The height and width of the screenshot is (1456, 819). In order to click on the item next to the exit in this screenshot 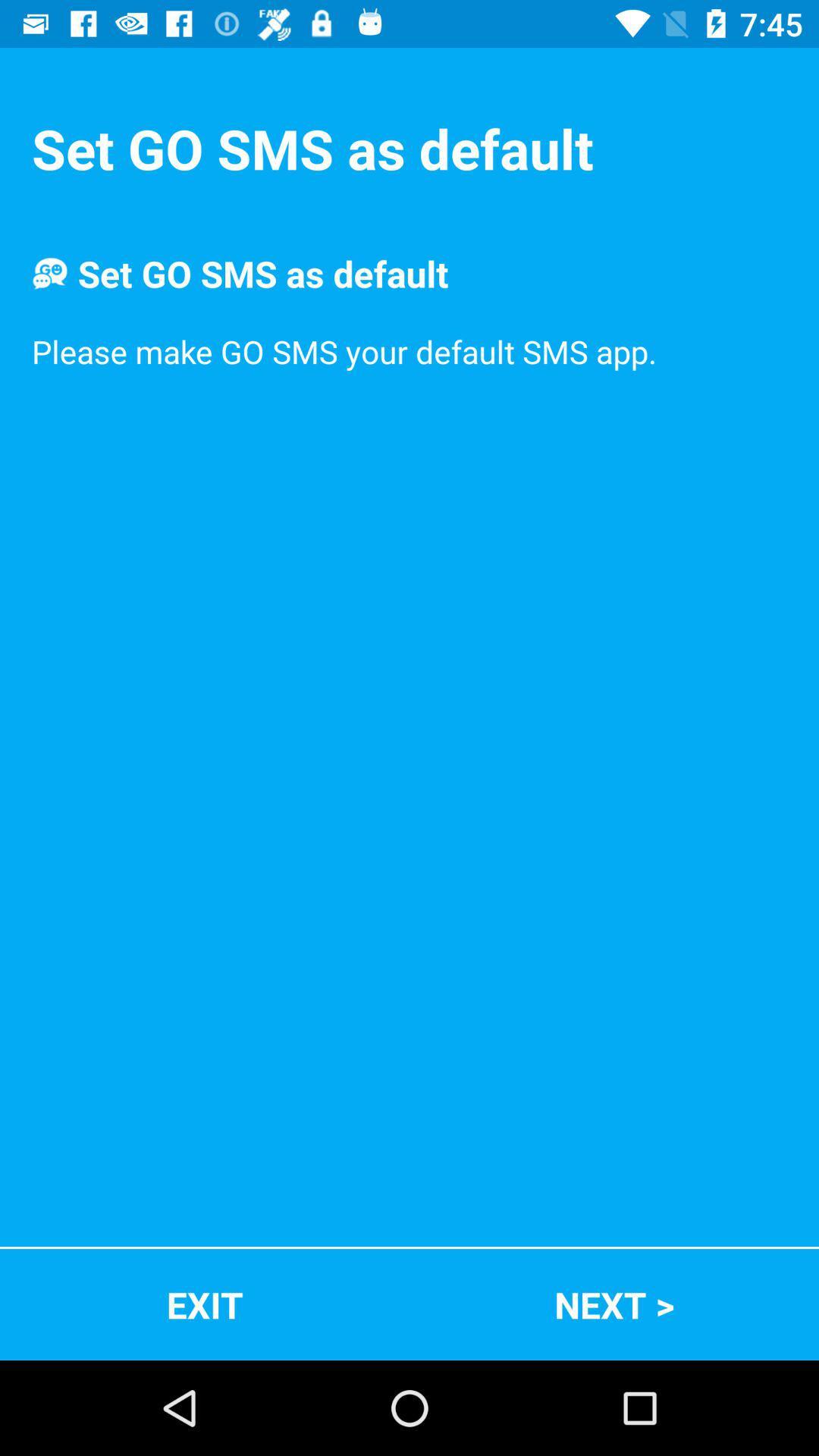, I will do `click(614, 1304)`.